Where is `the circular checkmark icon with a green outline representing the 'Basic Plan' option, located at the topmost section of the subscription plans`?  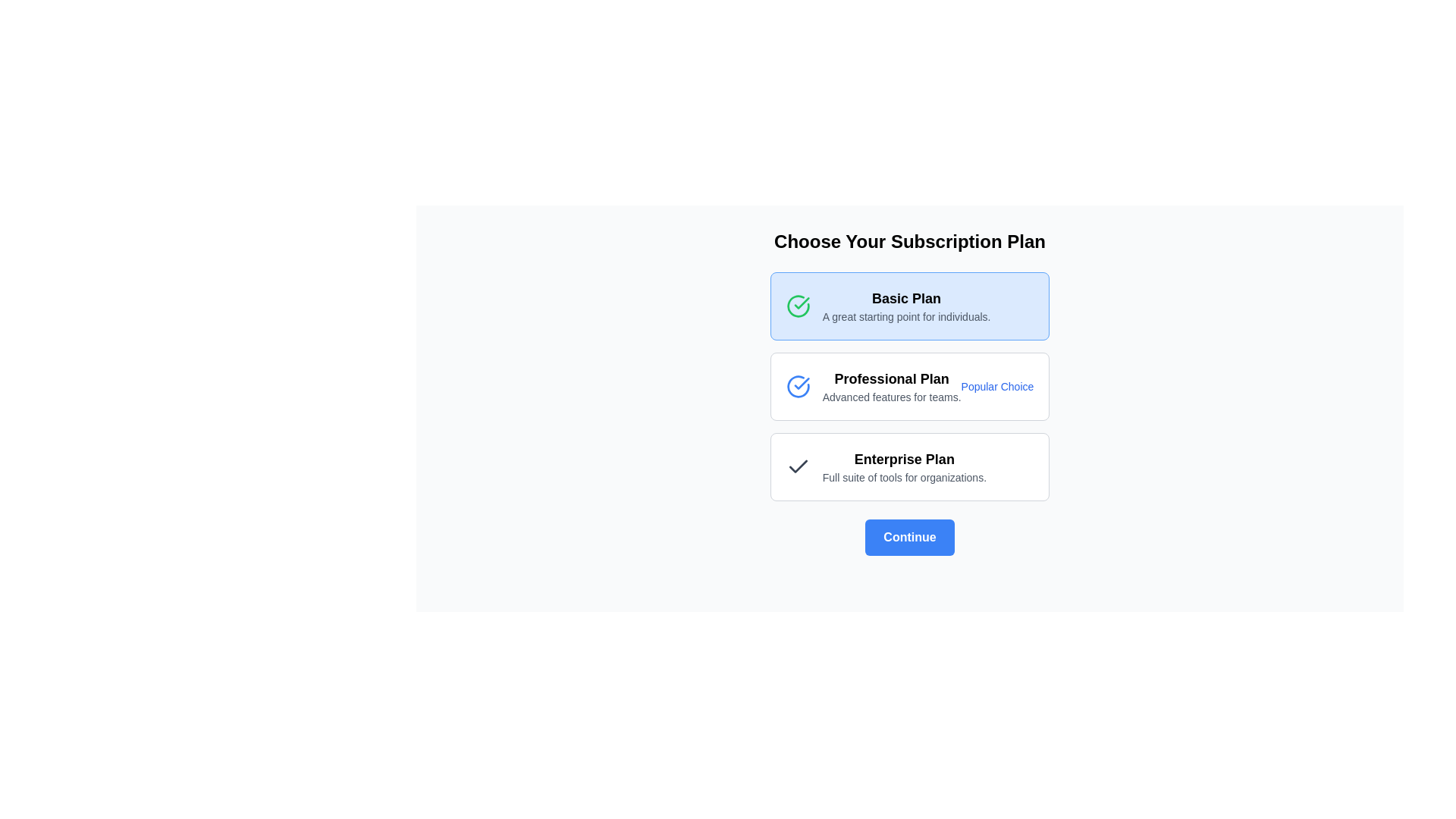 the circular checkmark icon with a green outline representing the 'Basic Plan' option, located at the topmost section of the subscription plans is located at coordinates (797, 306).